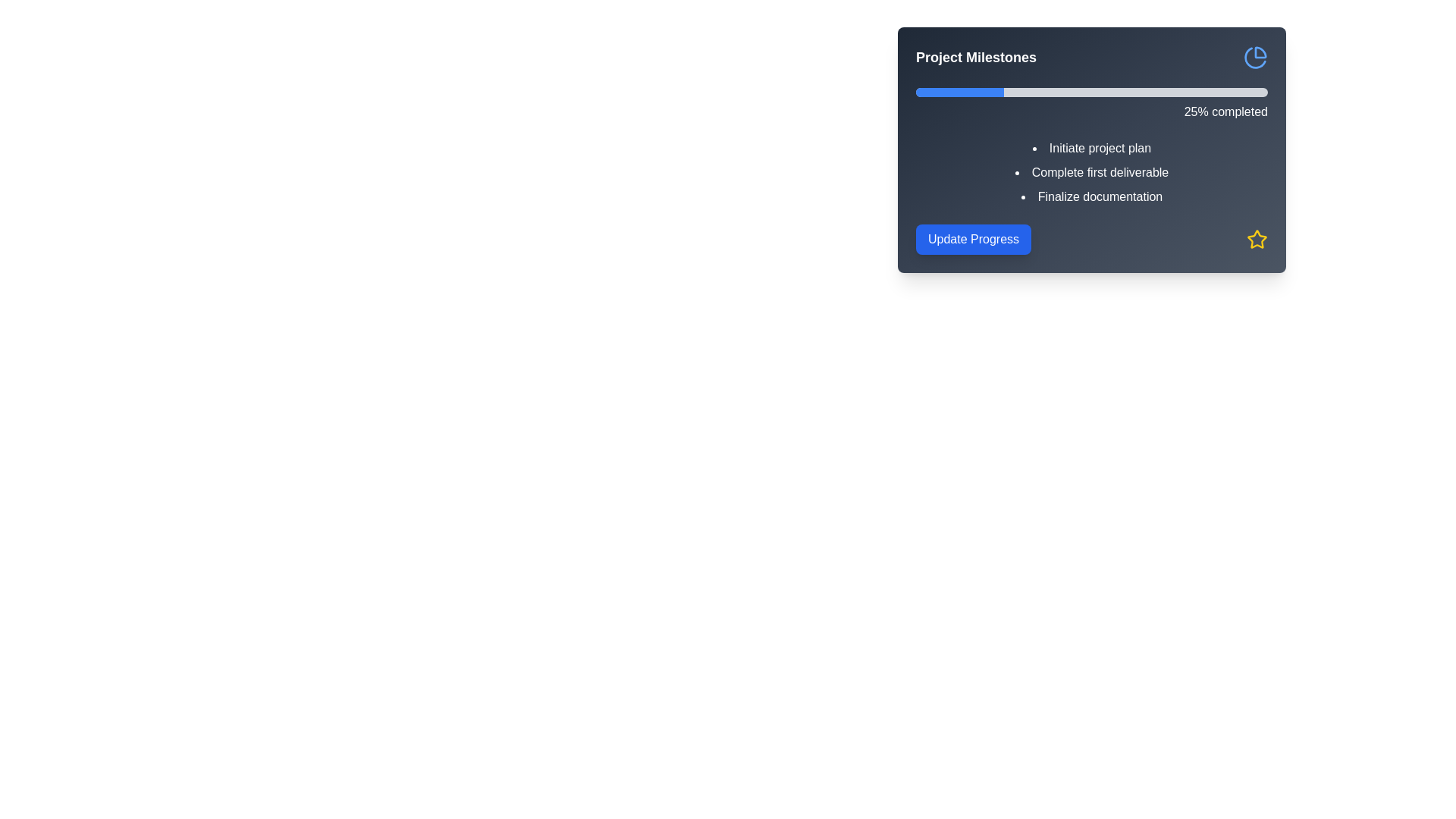  I want to click on the label for the milestone task 'Initiate project plan', which is the first item in the list of project milestones located below the progress bar, so click(1092, 149).